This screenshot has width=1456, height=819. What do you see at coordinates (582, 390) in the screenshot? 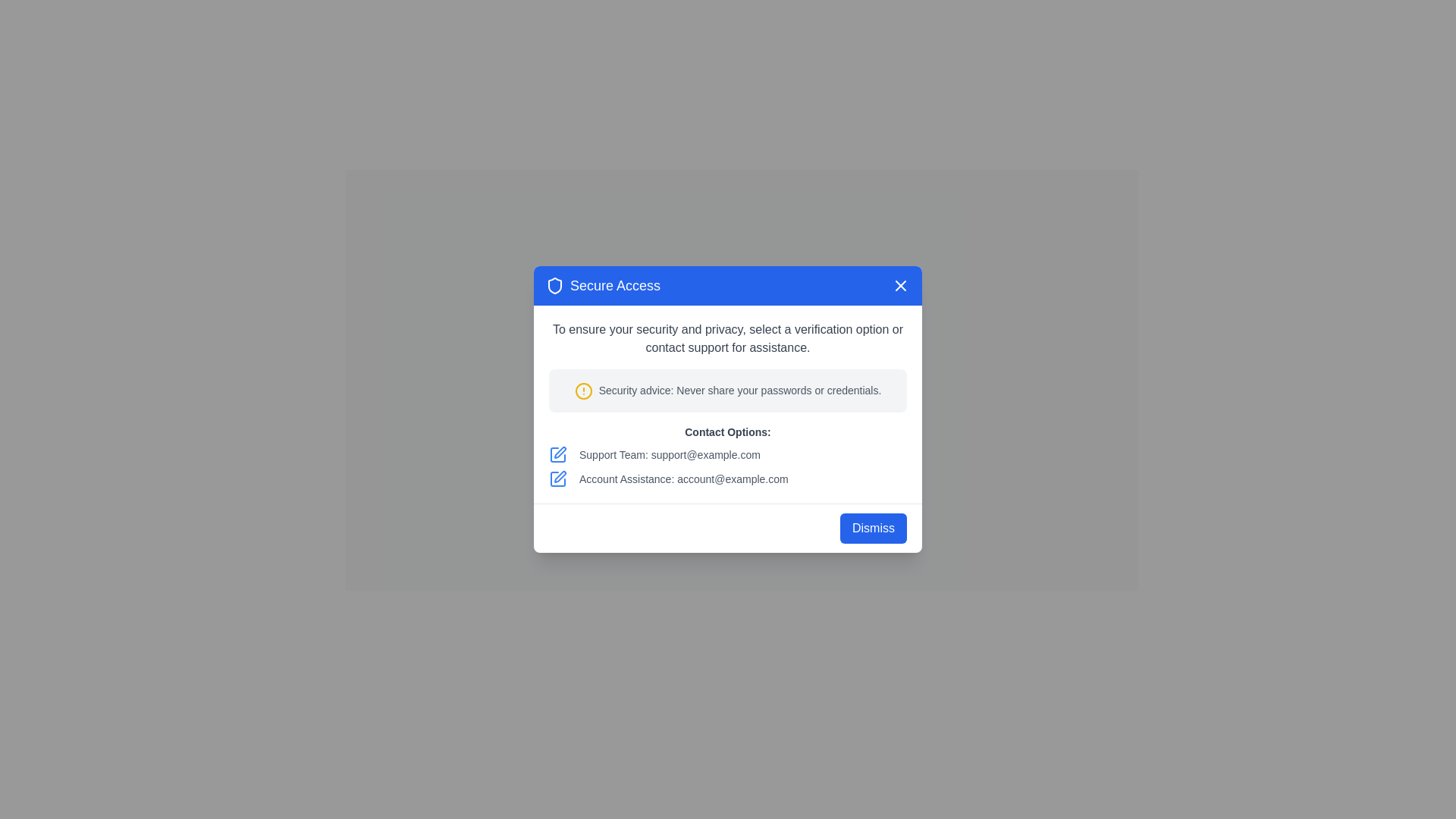
I see `circular icon with a yellow border and a white interior located within a gray box, positioned to the left of the text 'Security advice: Never share your passwords or credentials.'` at bounding box center [582, 390].